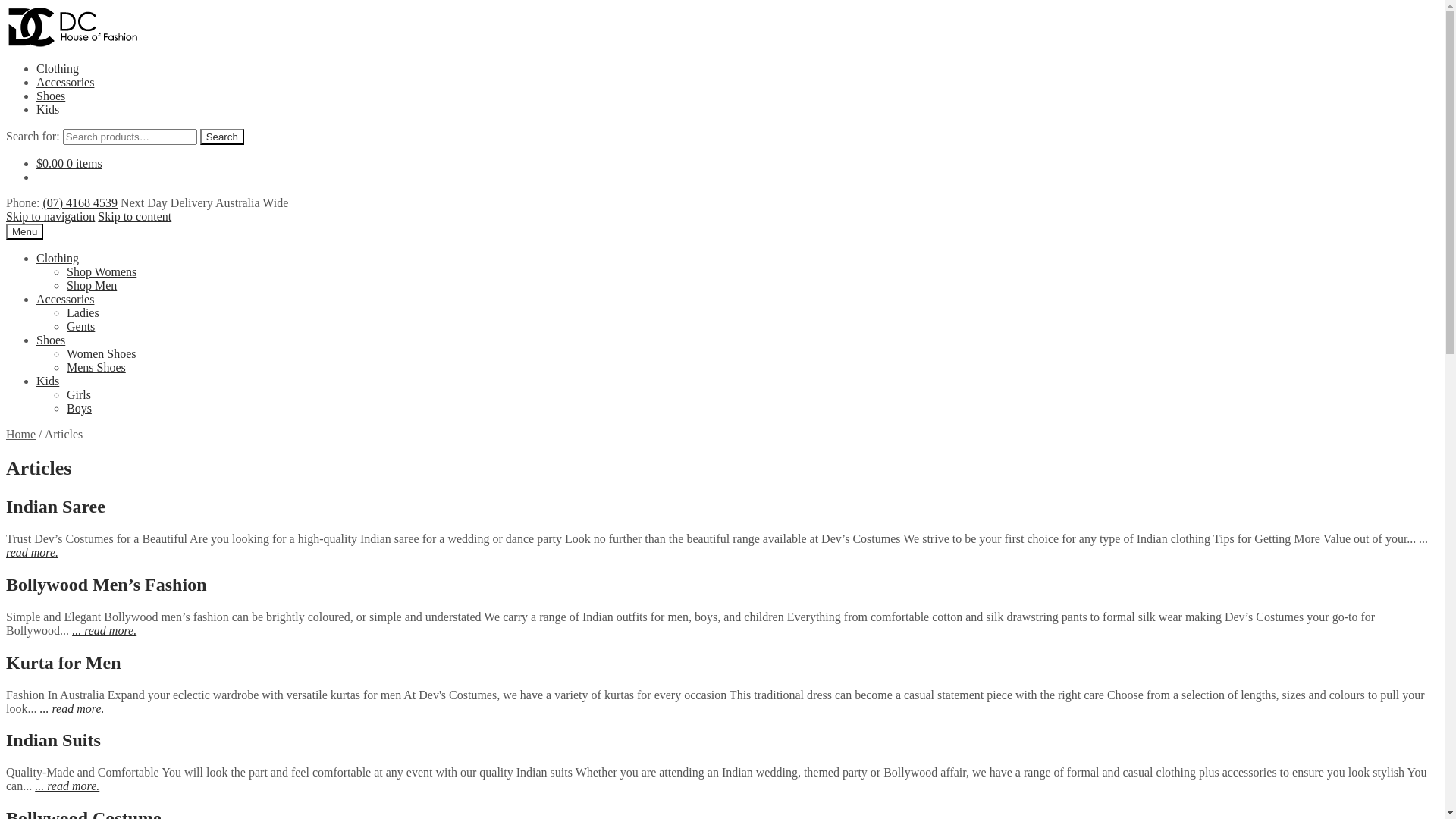 The image size is (1456, 819). I want to click on 'Menu', so click(24, 231).